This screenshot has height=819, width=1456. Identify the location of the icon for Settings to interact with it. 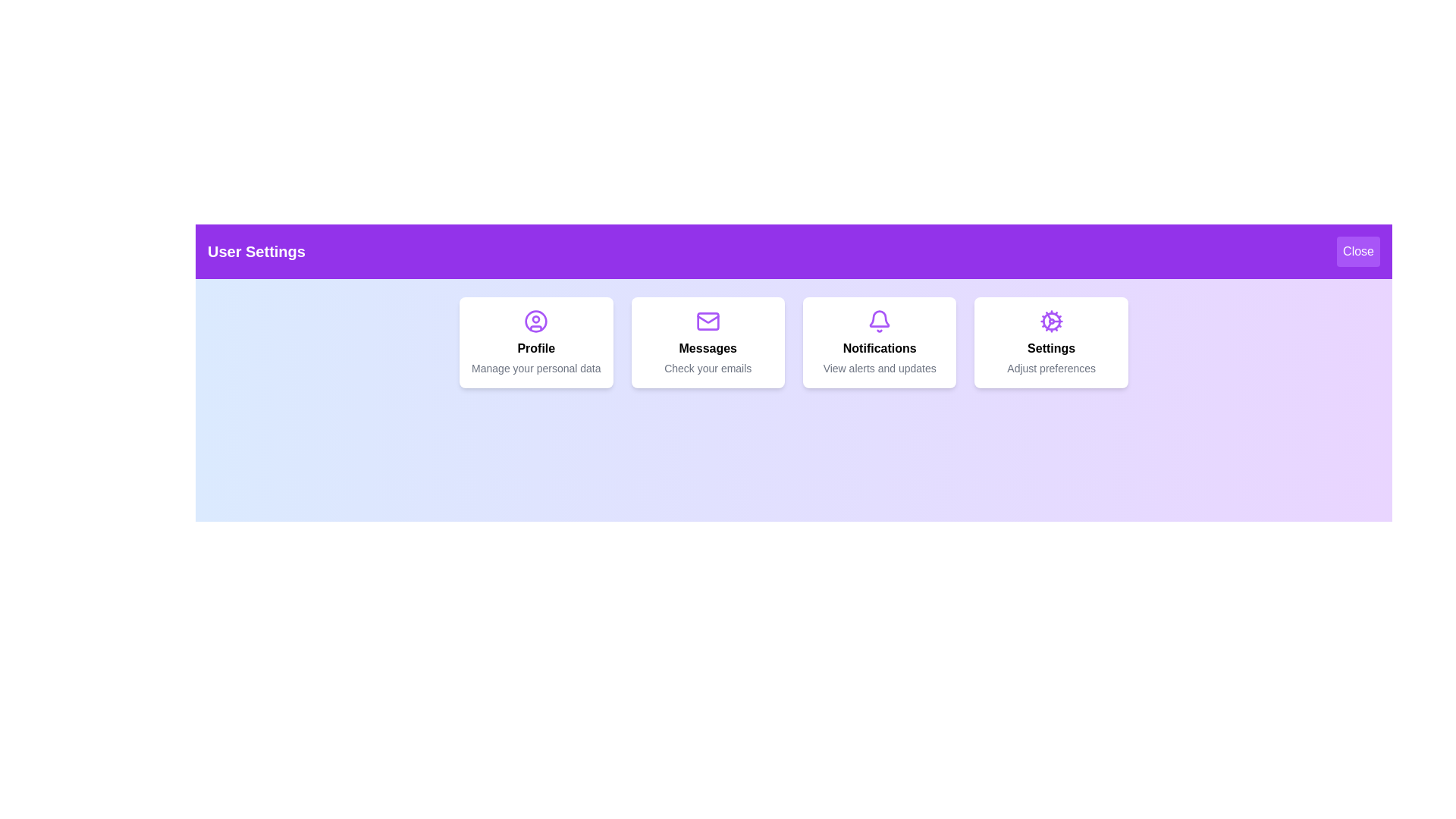
(1050, 321).